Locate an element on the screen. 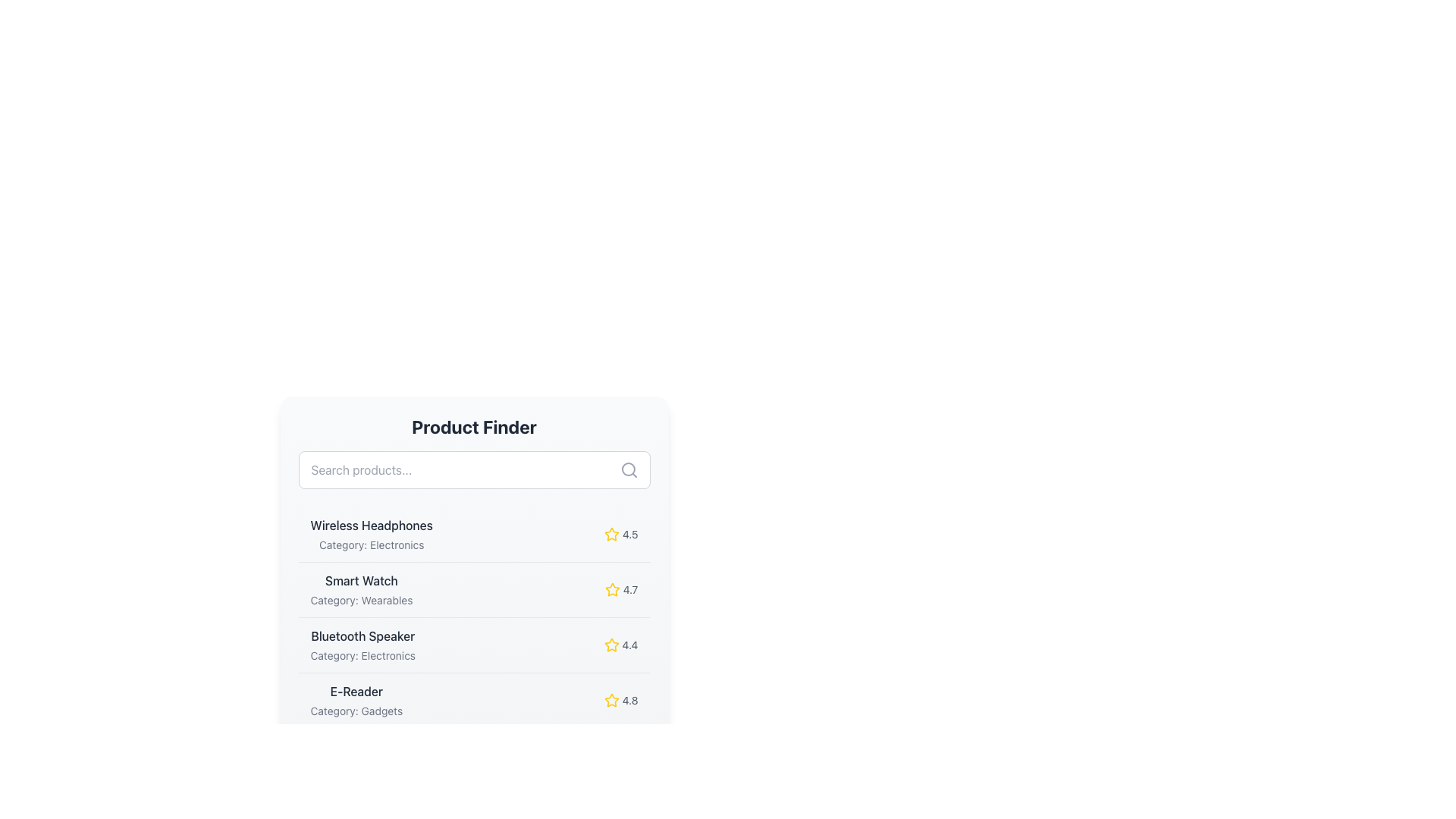  the fourth item in the list that provides information about the product 'E-Reader', located between 'Bluetooth Speaker' and 'Action Camera' is located at coordinates (473, 700).